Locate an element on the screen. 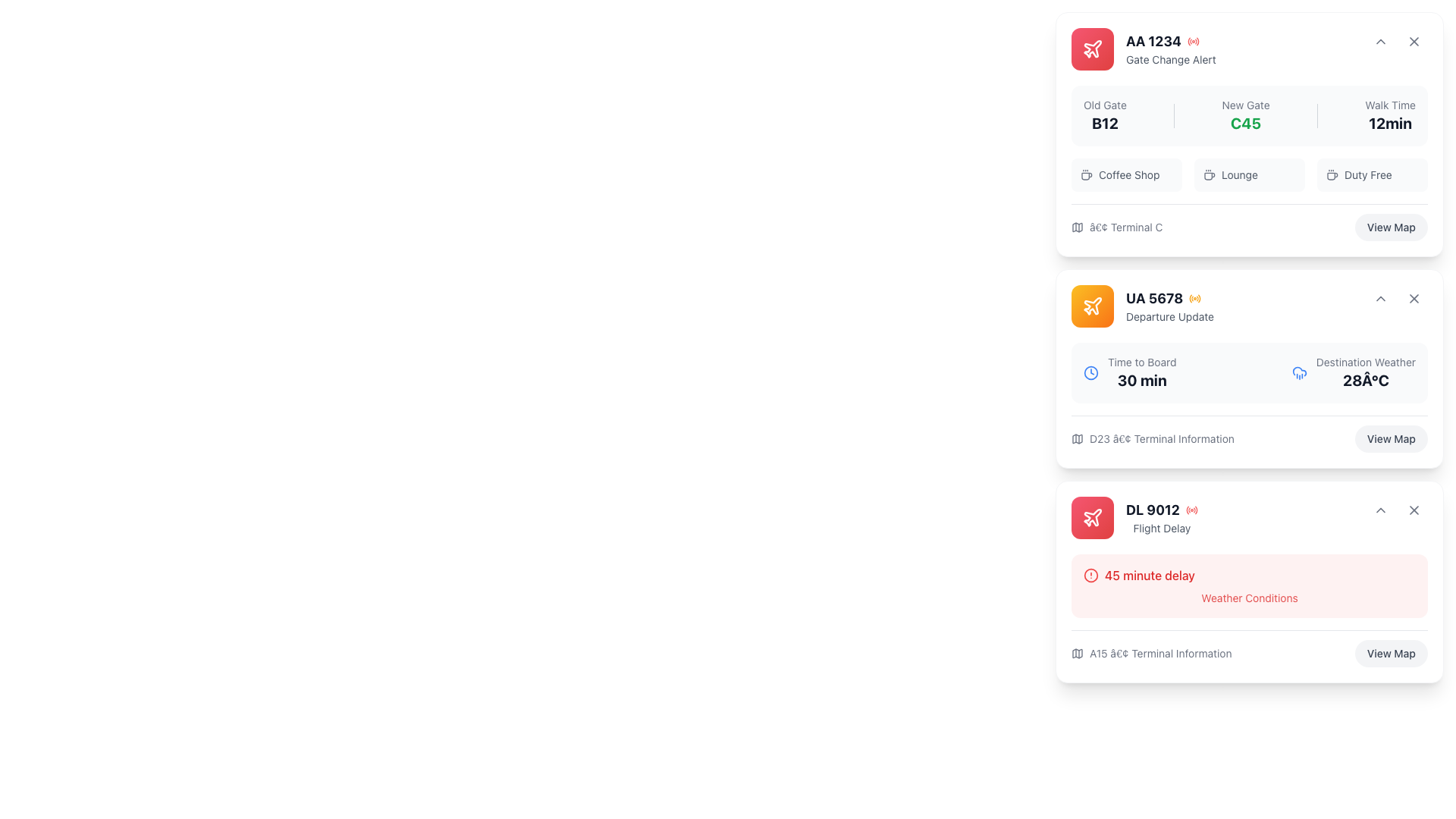 The image size is (1456, 819). the button located in the bottom right corner of the first flight information card is located at coordinates (1391, 227).